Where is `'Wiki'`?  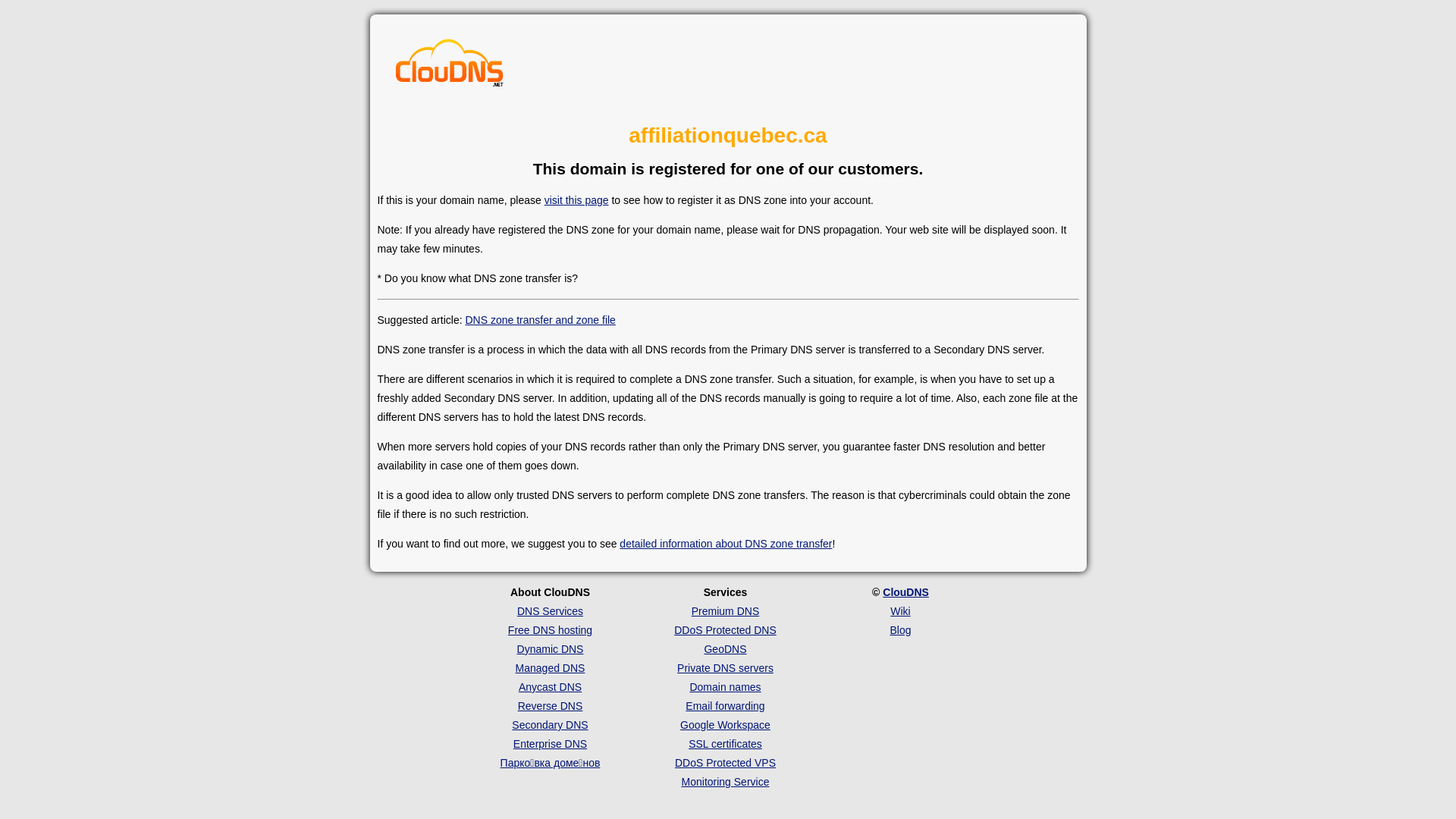
'Wiki' is located at coordinates (899, 610).